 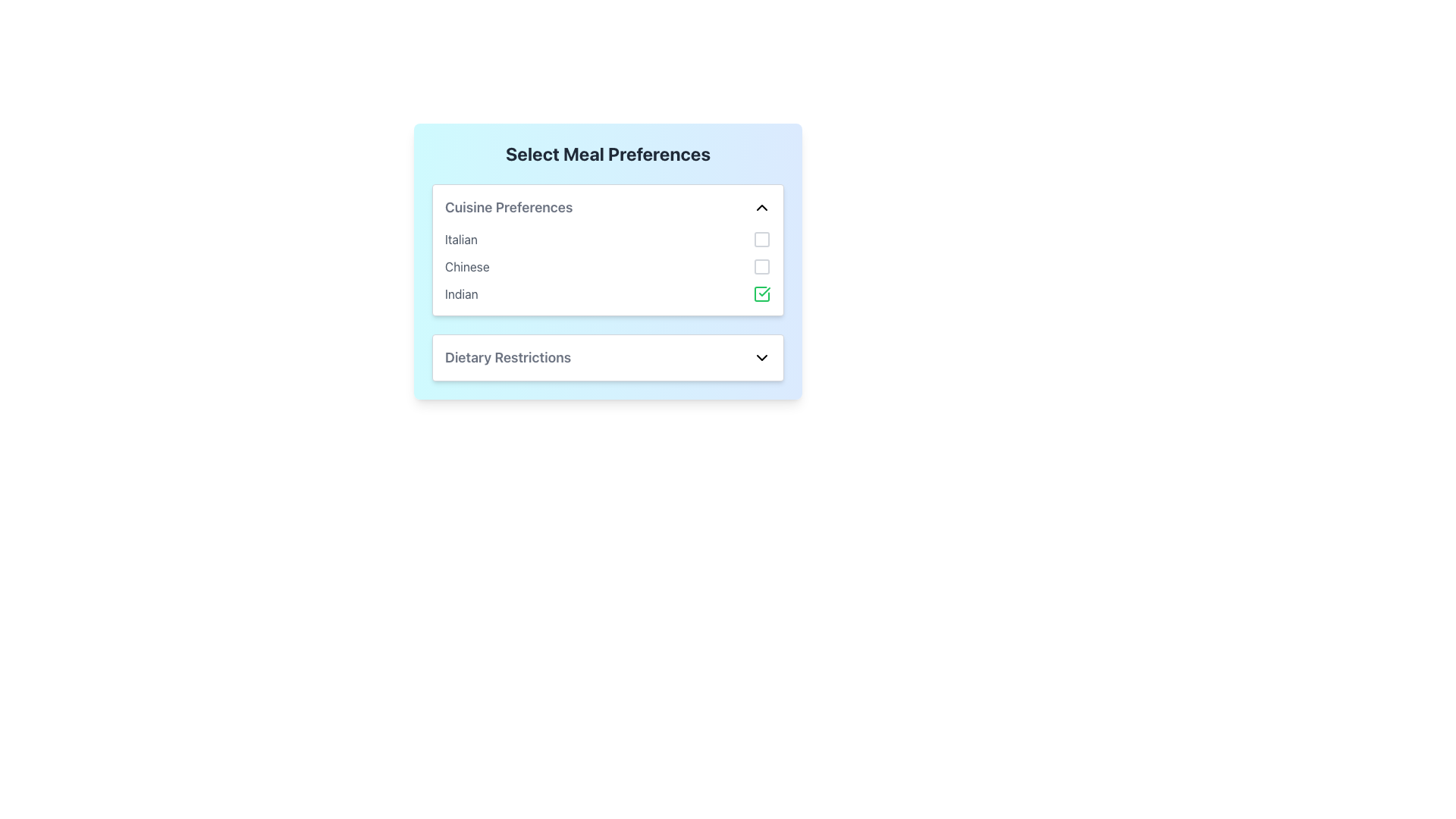 What do you see at coordinates (607, 357) in the screenshot?
I see `the dietary restrictions dropdown menu by moving the mouse cursor to its center and preparing for keyboard interaction` at bounding box center [607, 357].